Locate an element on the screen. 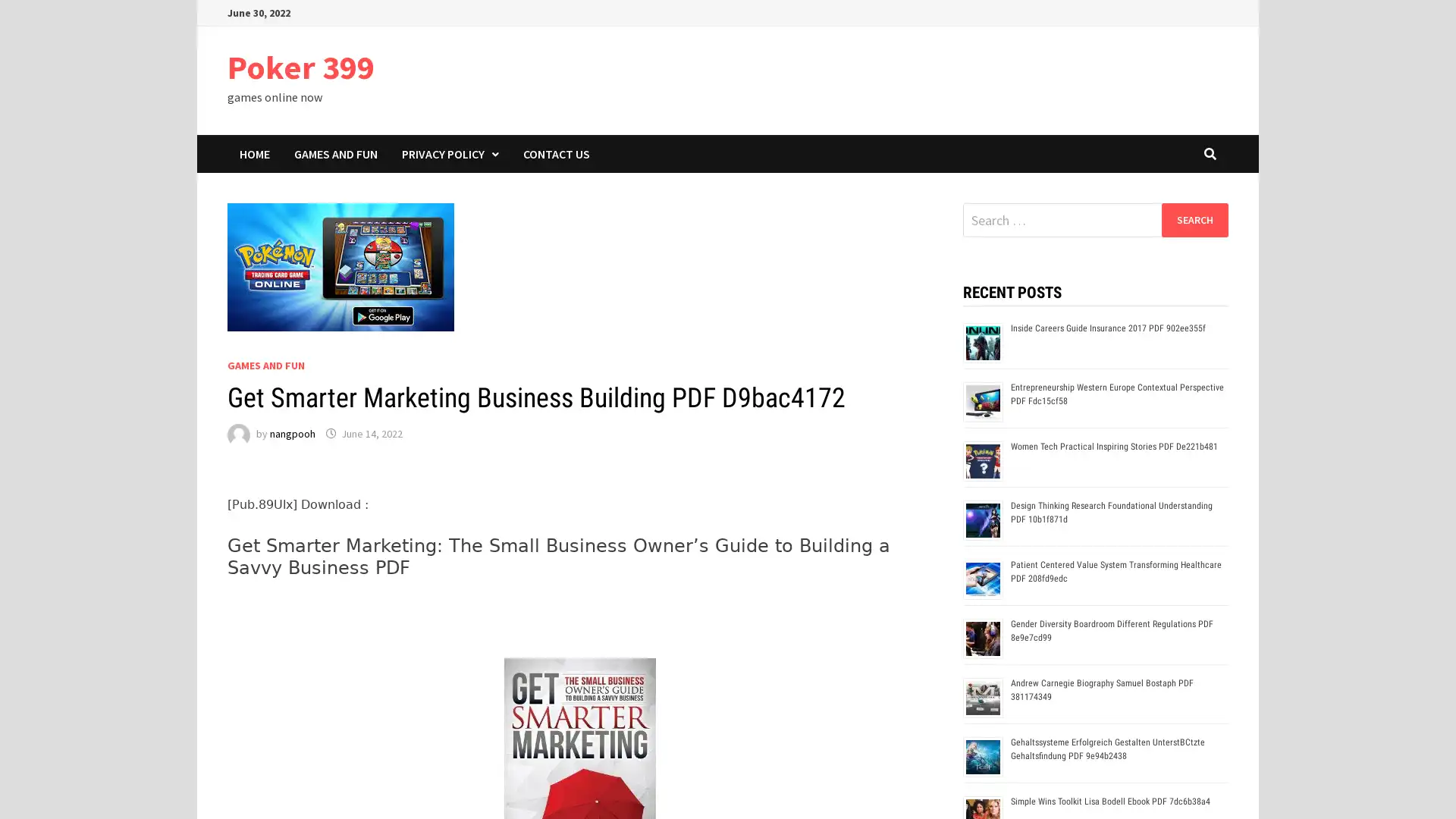 The width and height of the screenshot is (1456, 819). Search is located at coordinates (1194, 219).